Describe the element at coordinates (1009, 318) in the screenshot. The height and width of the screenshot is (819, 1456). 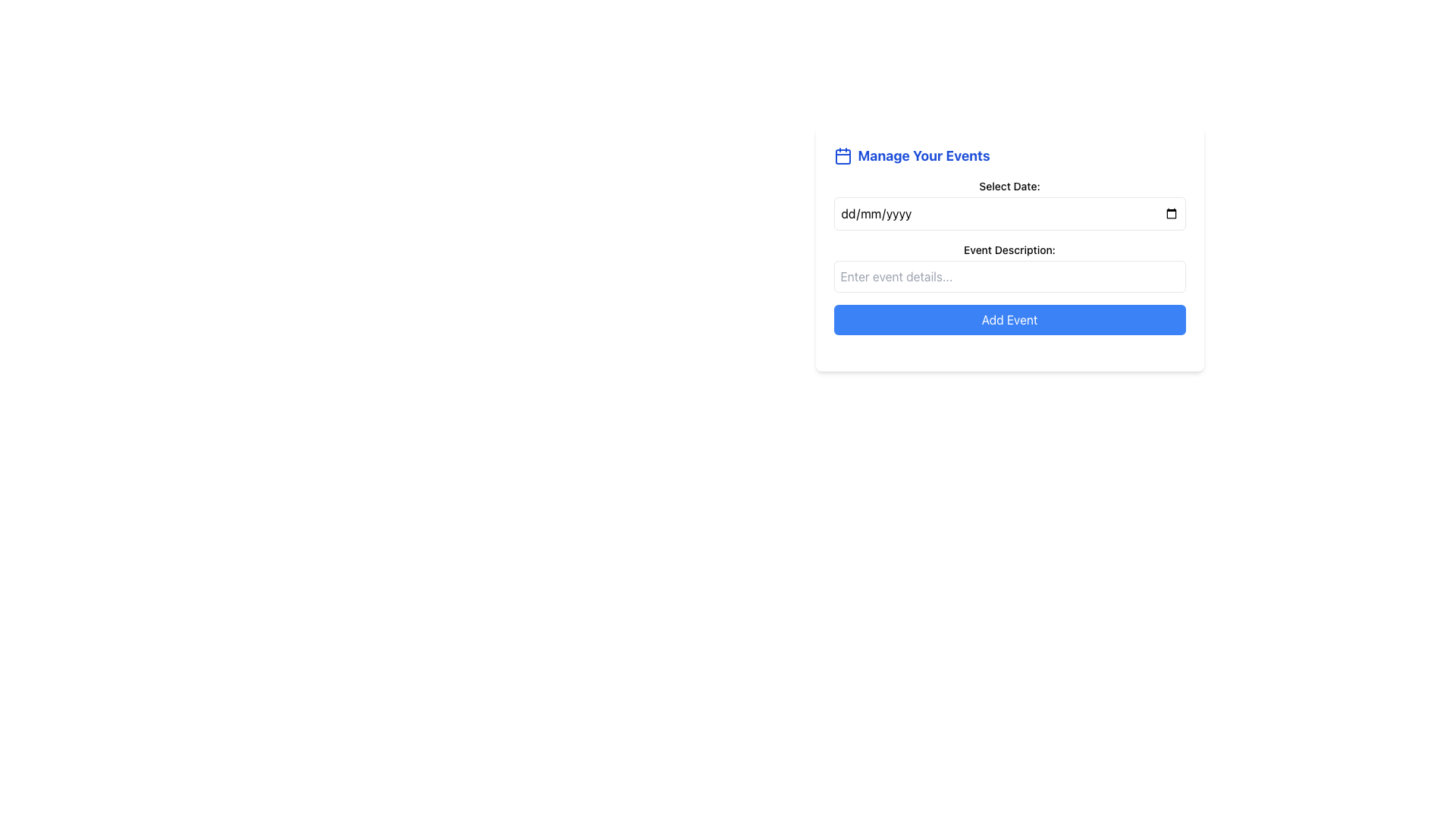
I see `the 'Add Event' button located at the bottom of the 'Manage Your Events' card after filling out the input fields for 'Event Description:' and 'Select Date:'` at that location.